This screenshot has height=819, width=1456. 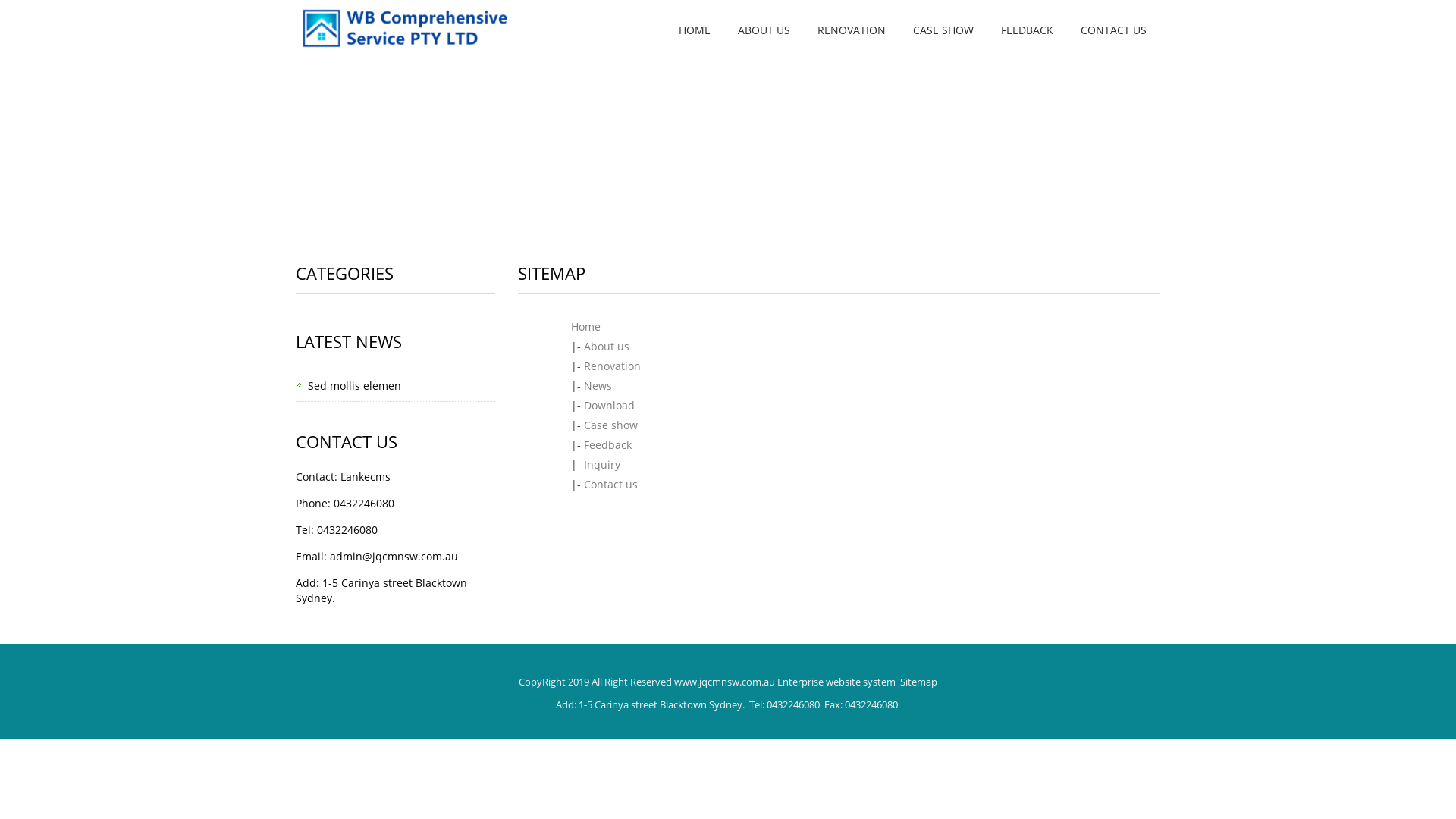 What do you see at coordinates (610, 484) in the screenshot?
I see `'Contact us'` at bounding box center [610, 484].